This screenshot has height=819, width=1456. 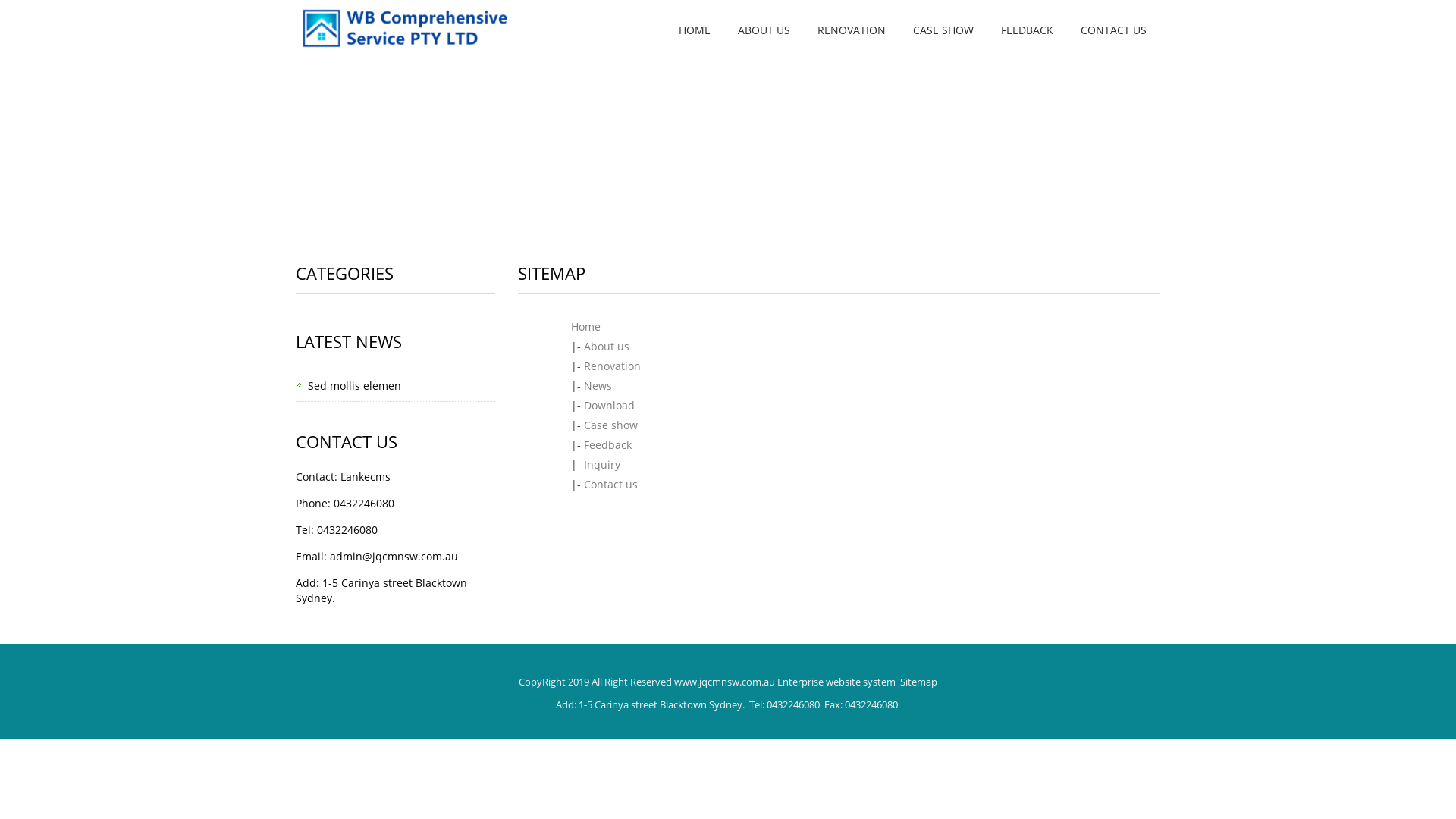 What do you see at coordinates (610, 484) in the screenshot?
I see `'Contact us'` at bounding box center [610, 484].